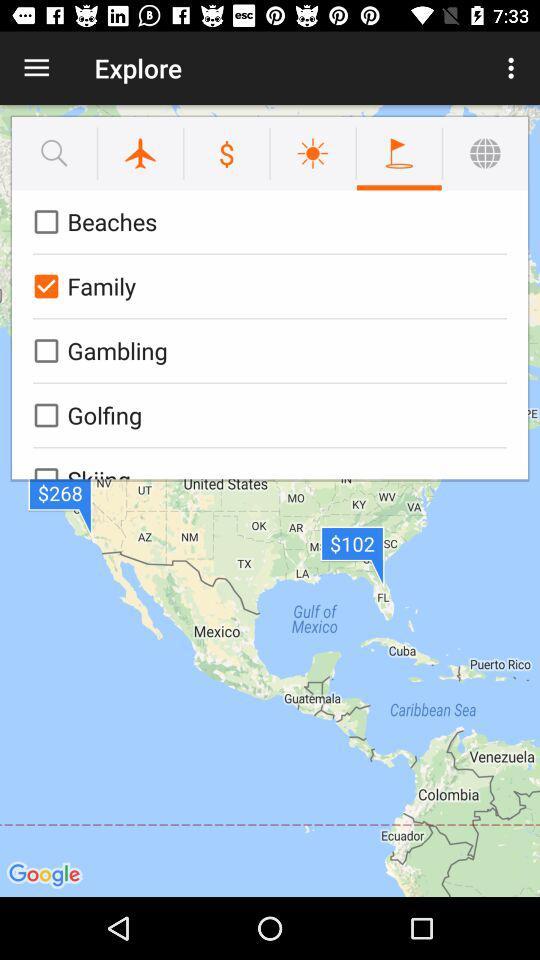 This screenshot has width=540, height=960. I want to click on the skiing icon, so click(266, 463).